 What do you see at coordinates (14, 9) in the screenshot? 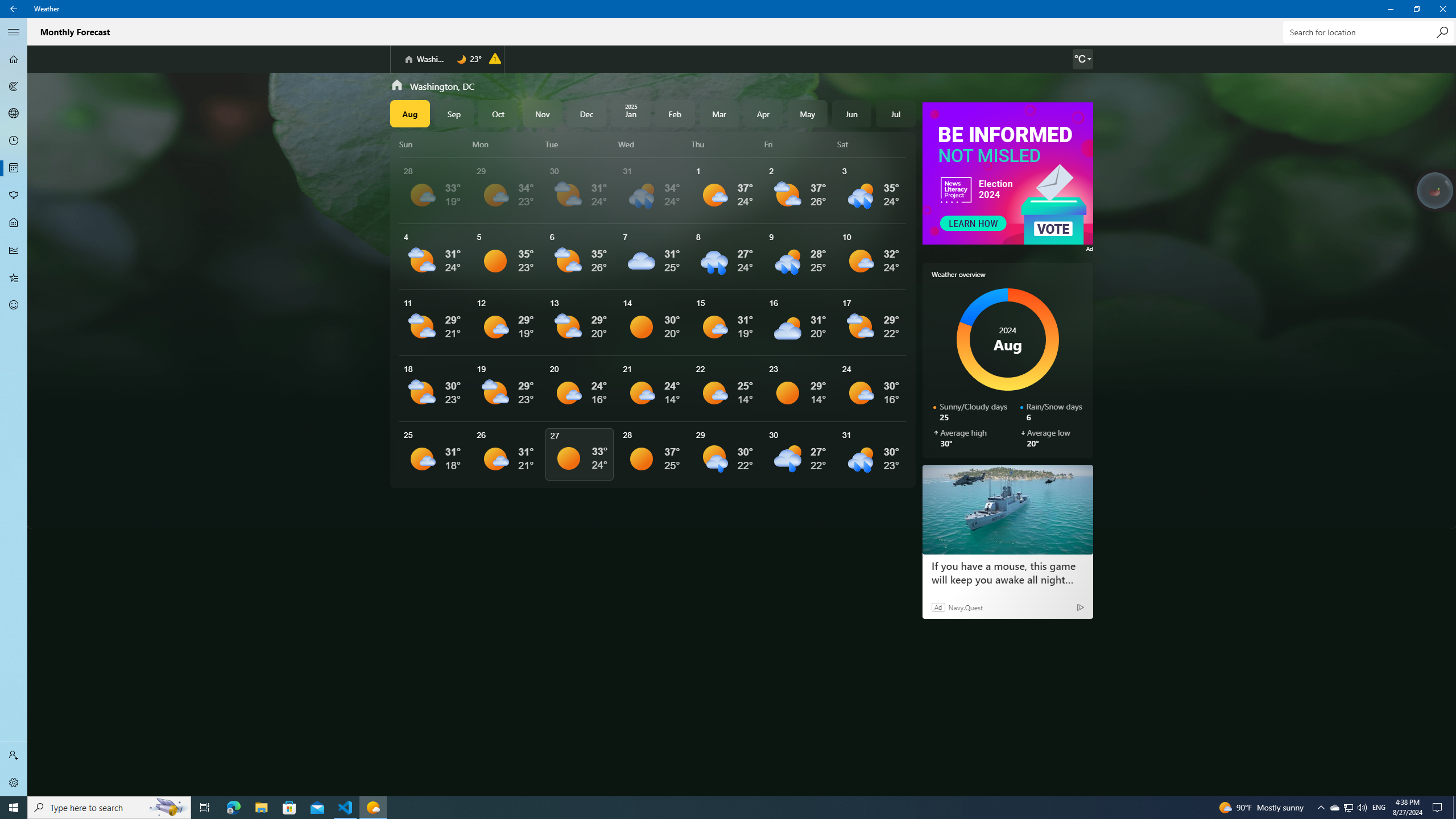
I see `'Back'` at bounding box center [14, 9].